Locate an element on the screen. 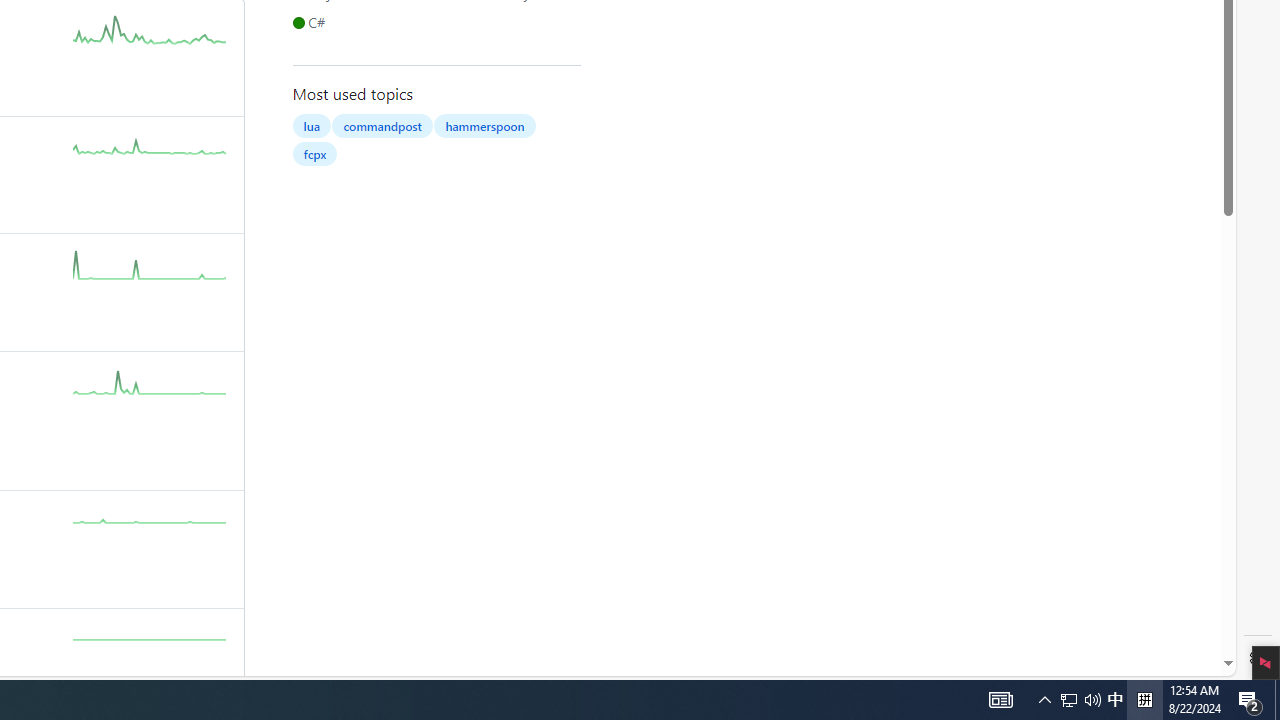 This screenshot has height=720, width=1280. 'hammerspoon' is located at coordinates (485, 125).